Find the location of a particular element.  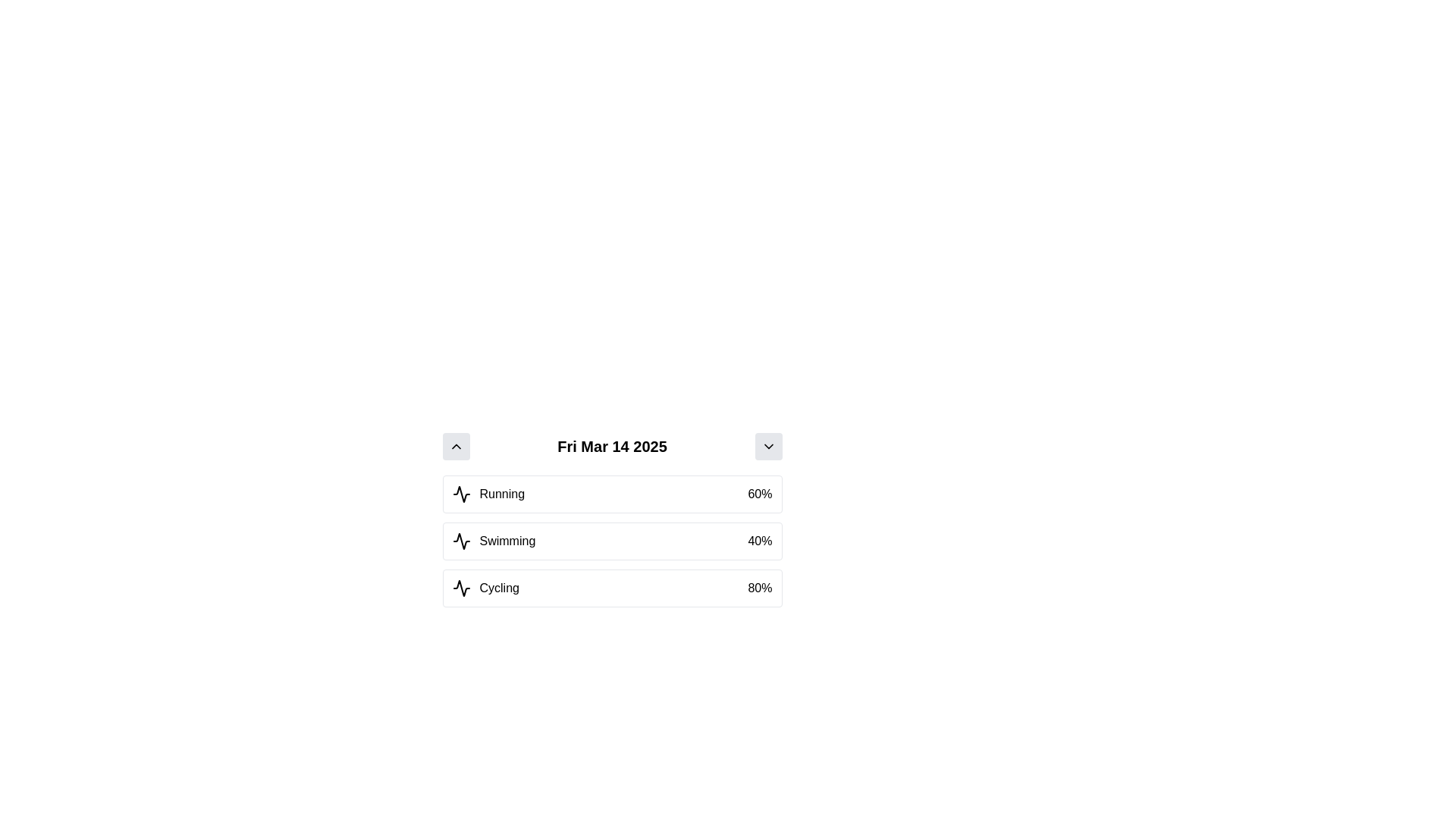

the text label reading 'Cycling', which is the third item in the list below the date header 'Fri Mar 14 2025', positioned between 'Swimming' and the percentage indicator '80%' is located at coordinates (485, 587).